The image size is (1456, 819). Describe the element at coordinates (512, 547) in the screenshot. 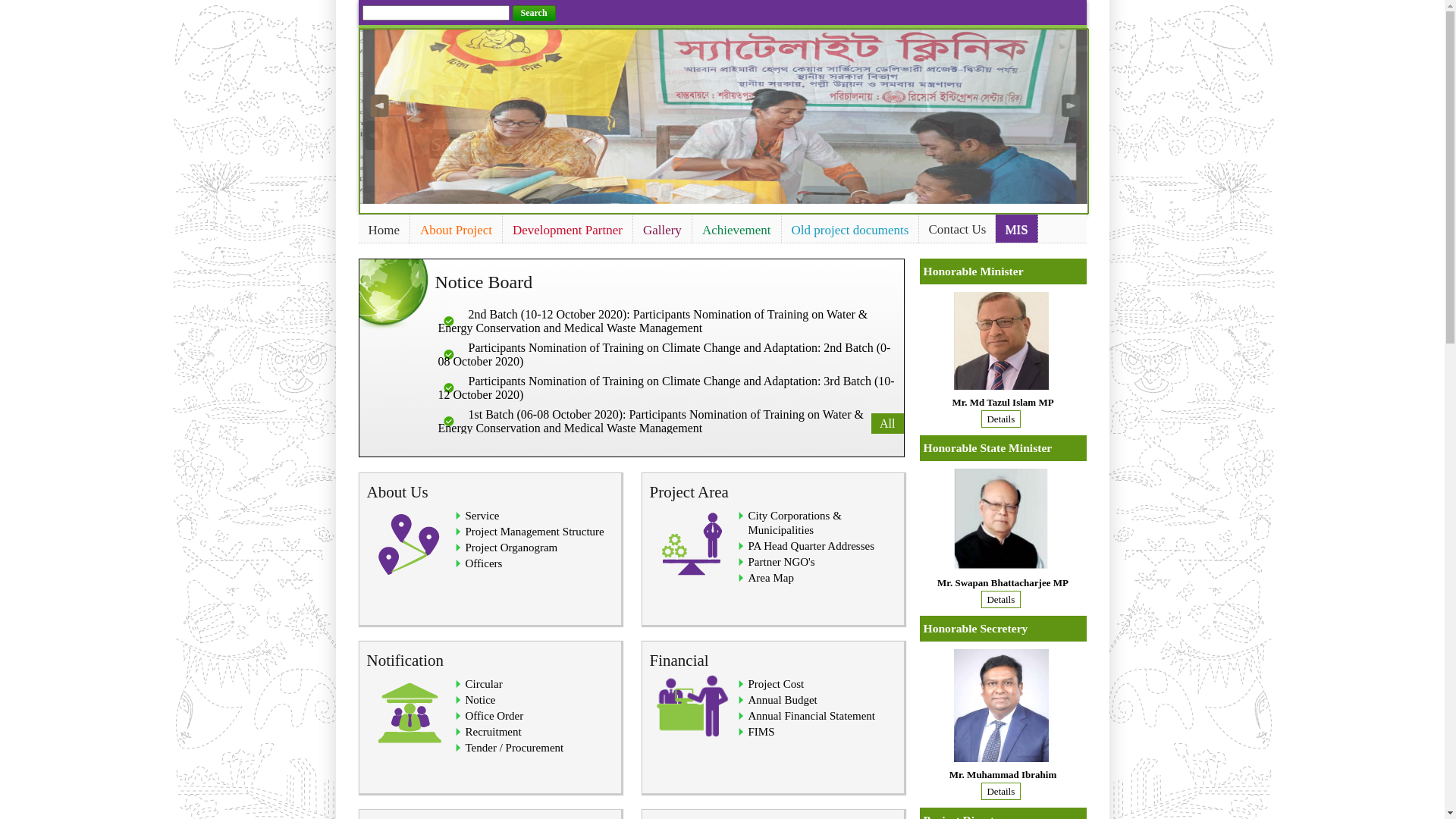

I see `'Project Organogram'` at that location.